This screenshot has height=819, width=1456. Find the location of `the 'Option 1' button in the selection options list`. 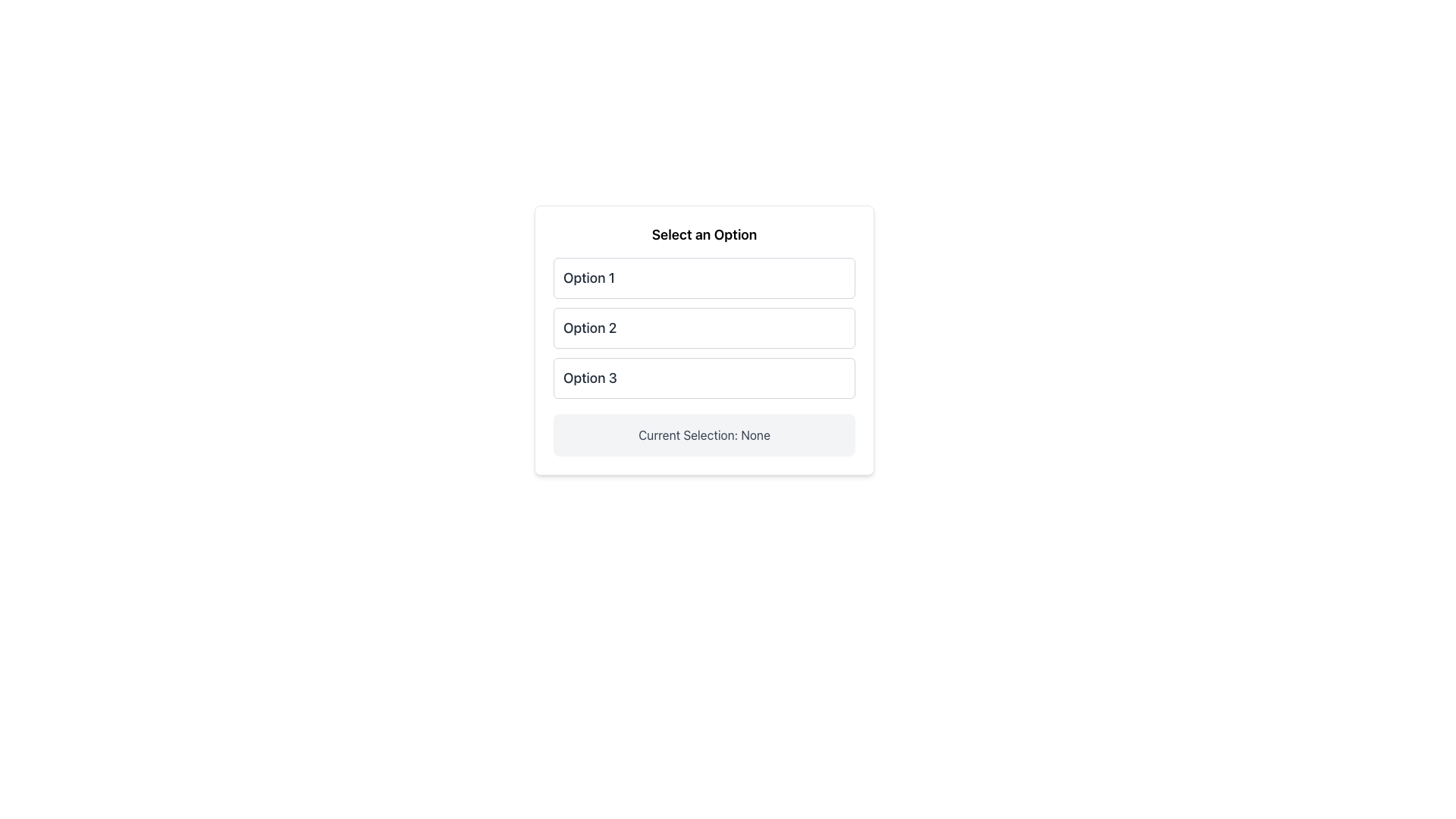

the 'Option 1' button in the selection options list is located at coordinates (704, 278).